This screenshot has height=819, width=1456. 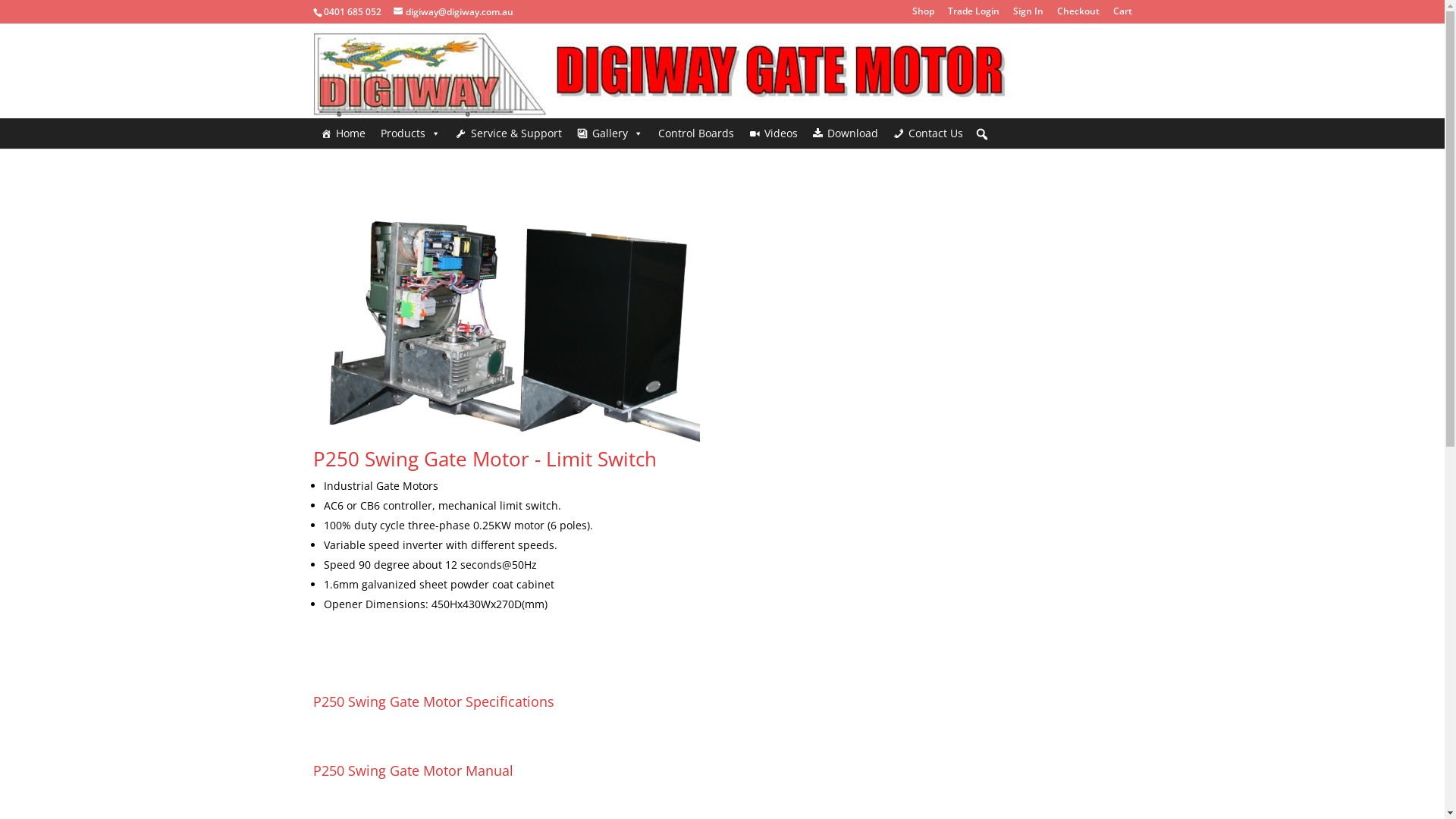 I want to click on 'Gallery', so click(x=567, y=133).